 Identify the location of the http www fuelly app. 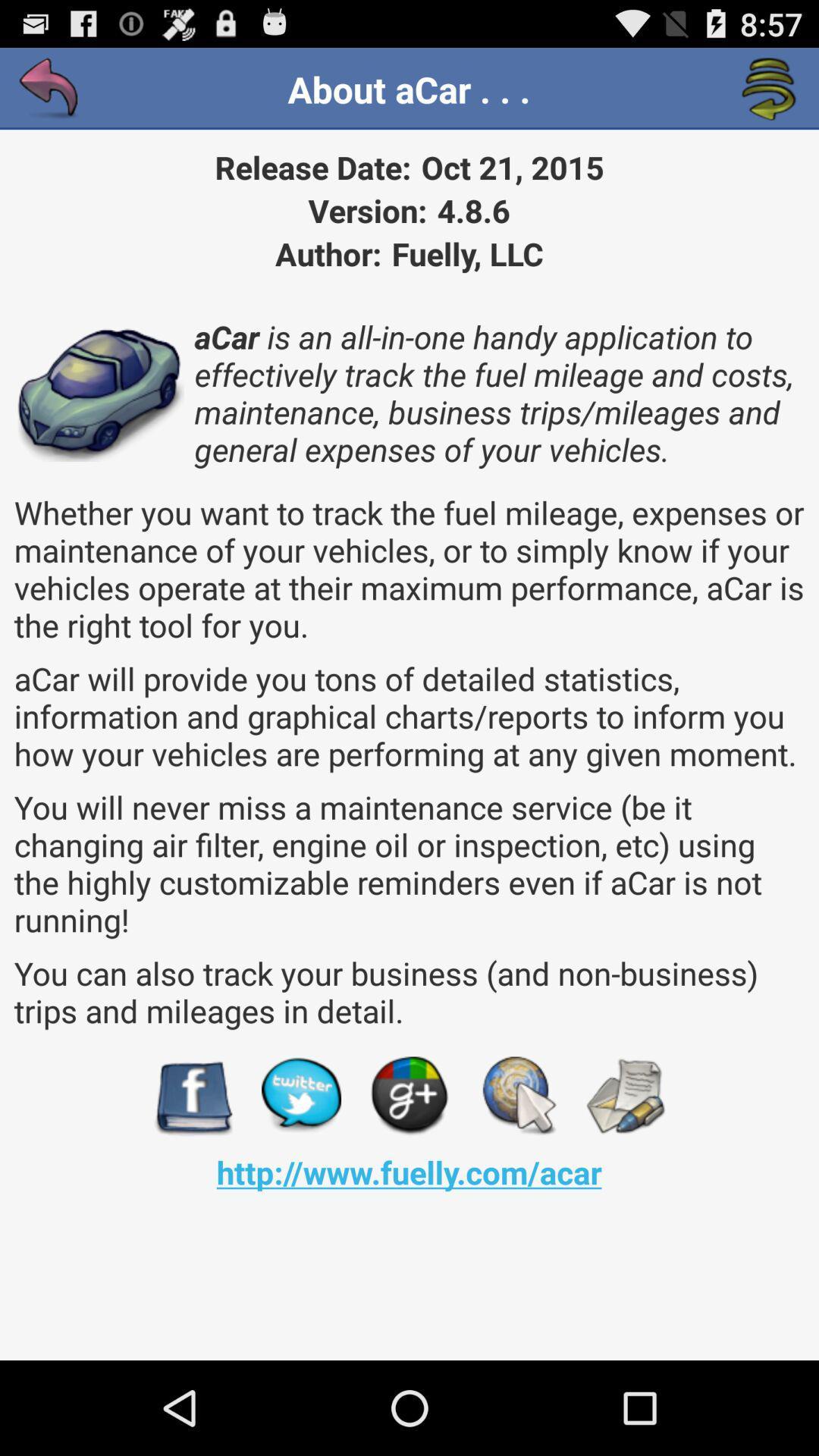
(408, 1171).